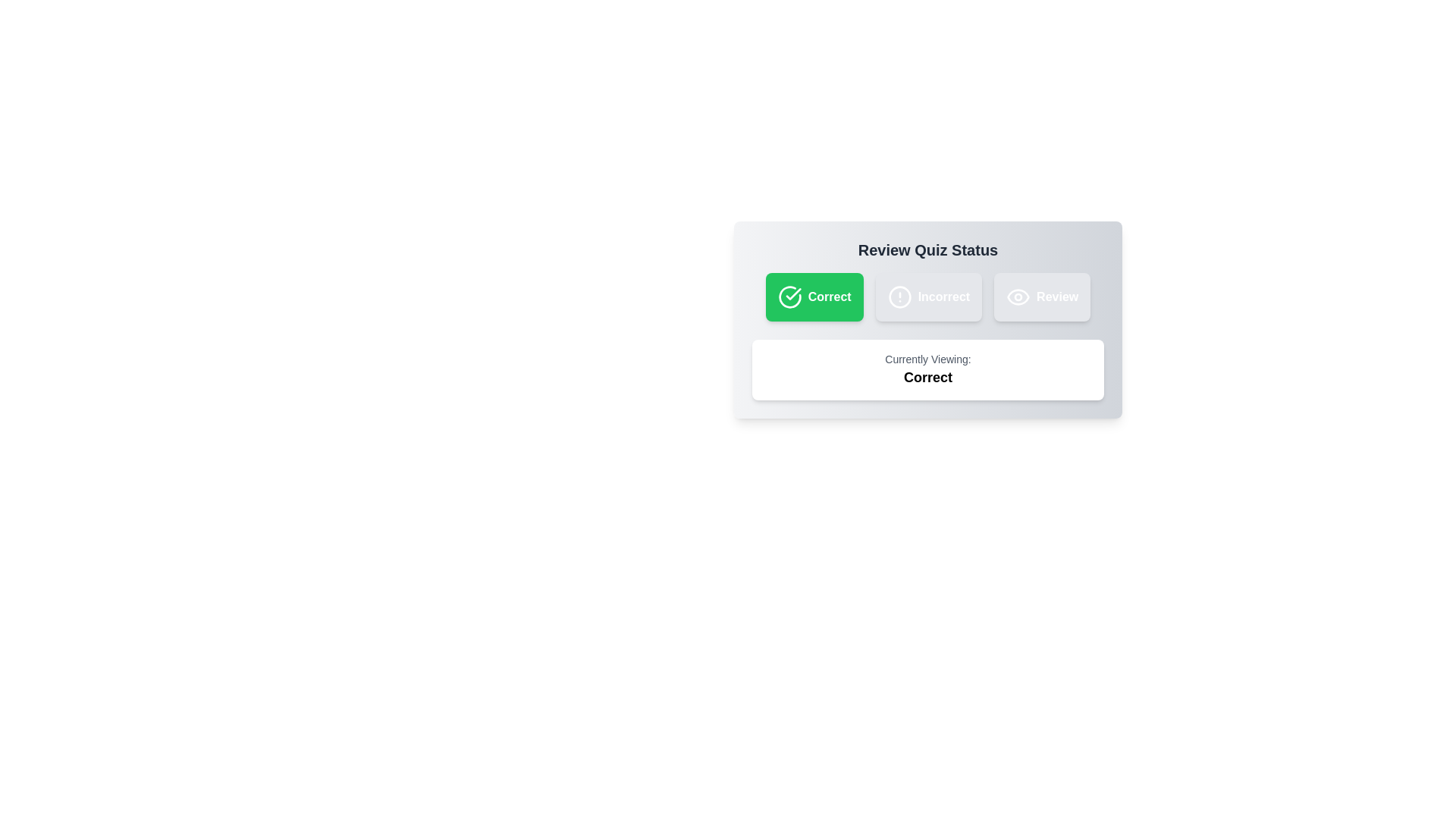  What do you see at coordinates (927, 297) in the screenshot?
I see `the Incorrect button to change the quiz review status` at bounding box center [927, 297].